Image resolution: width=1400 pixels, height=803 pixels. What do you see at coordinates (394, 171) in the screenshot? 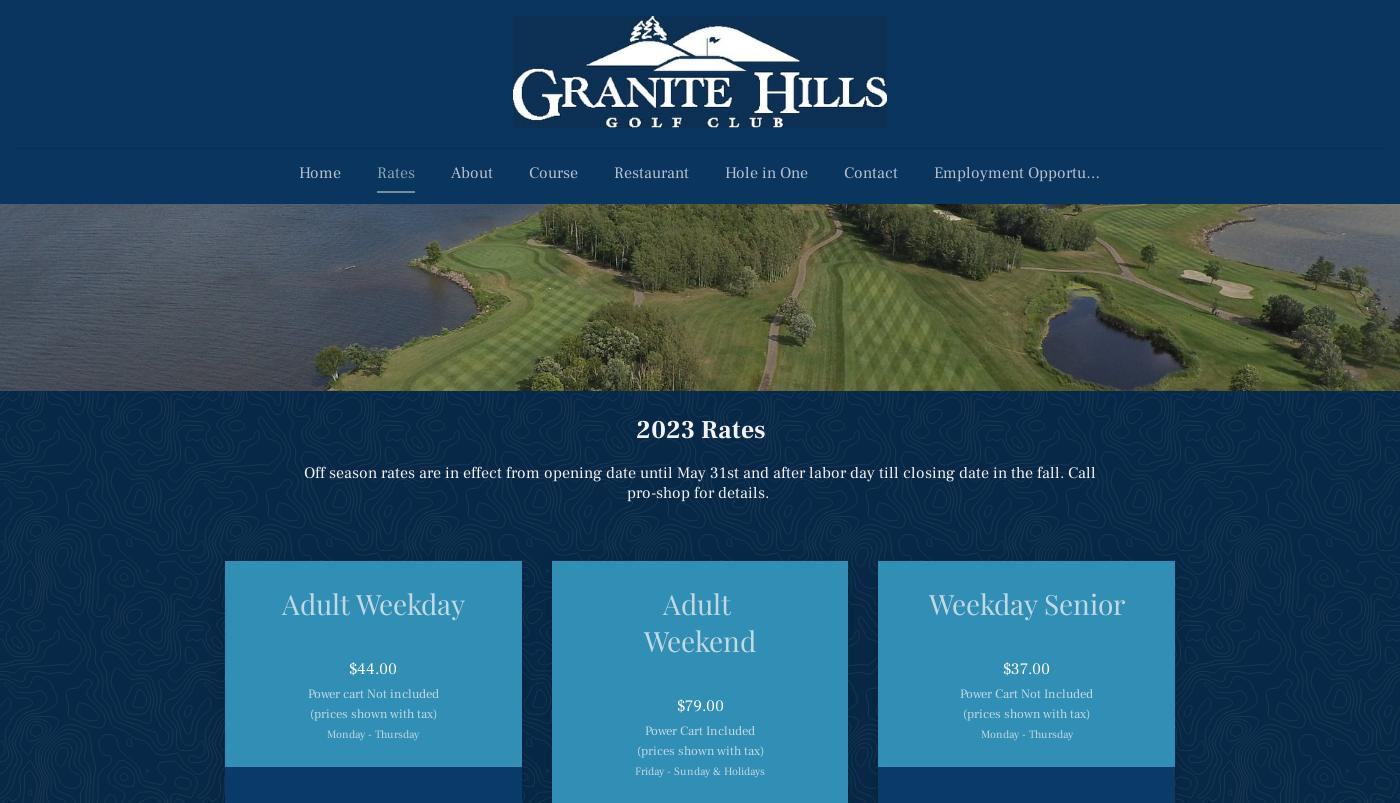
I see `'Rates'` at bounding box center [394, 171].